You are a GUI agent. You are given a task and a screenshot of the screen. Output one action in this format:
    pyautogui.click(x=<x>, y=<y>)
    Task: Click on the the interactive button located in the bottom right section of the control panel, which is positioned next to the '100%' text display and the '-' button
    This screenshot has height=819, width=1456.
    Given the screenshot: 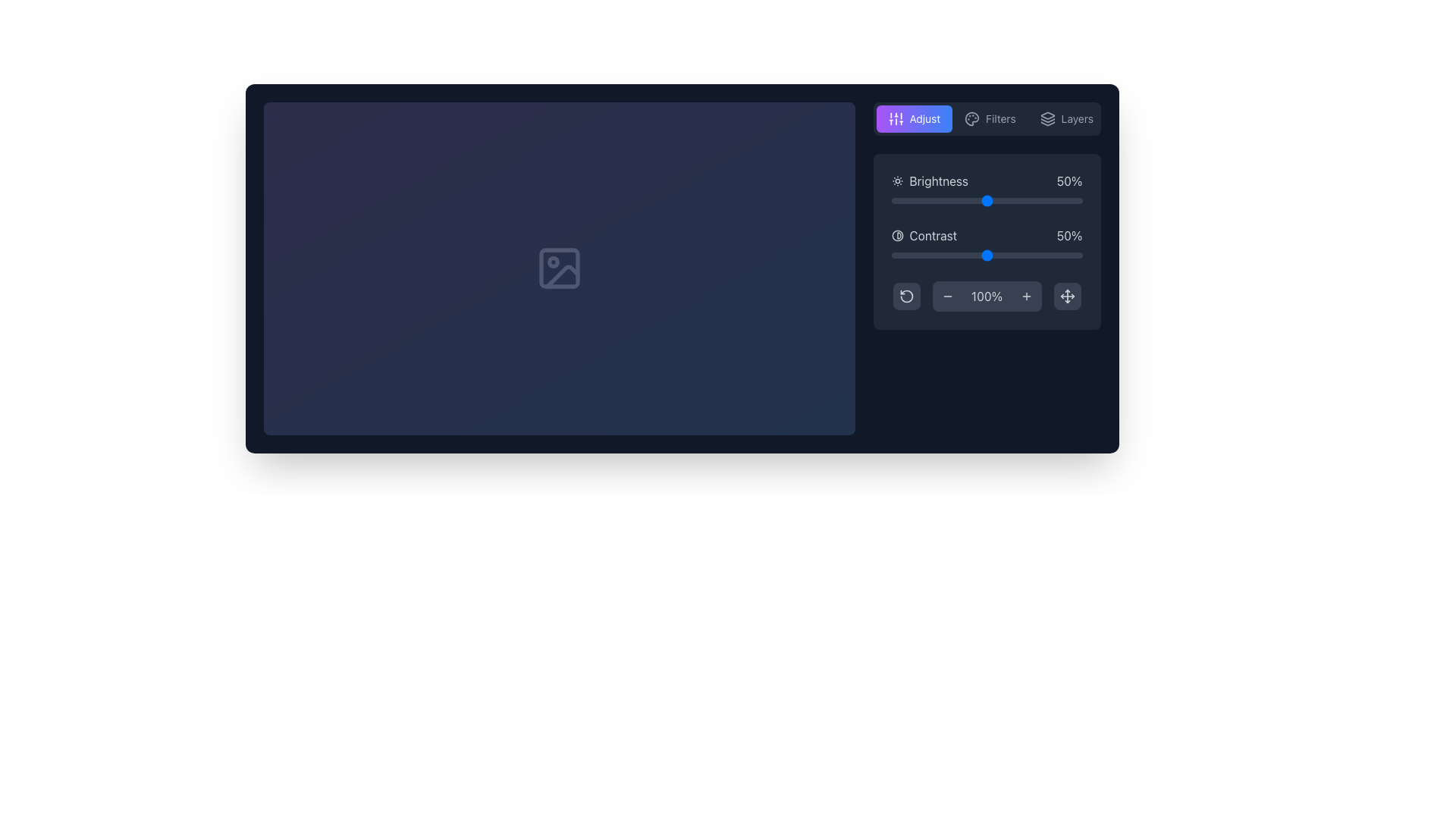 What is the action you would take?
    pyautogui.click(x=1026, y=296)
    